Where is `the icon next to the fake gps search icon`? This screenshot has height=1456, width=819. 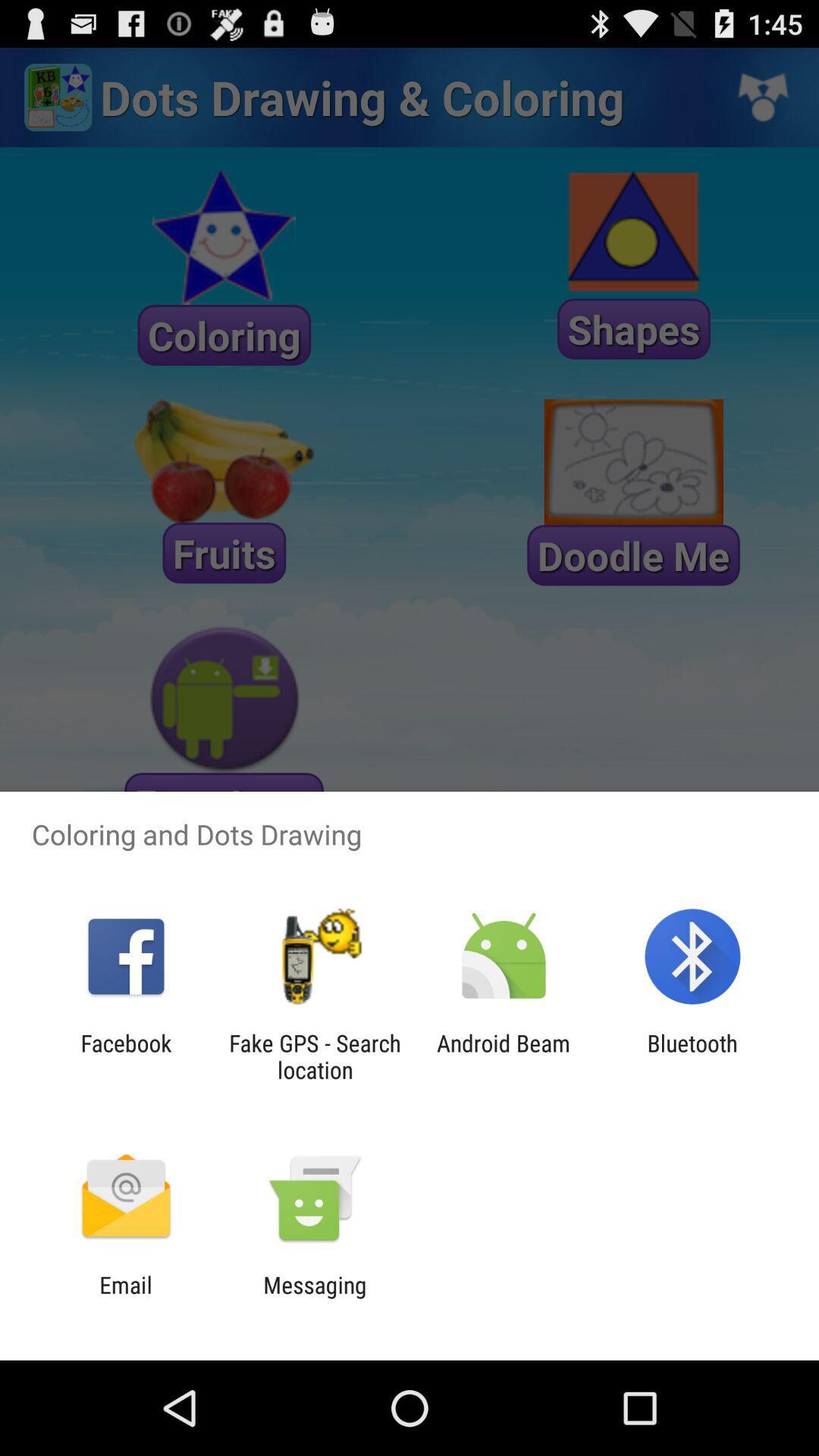
the icon next to the fake gps search icon is located at coordinates (504, 1056).